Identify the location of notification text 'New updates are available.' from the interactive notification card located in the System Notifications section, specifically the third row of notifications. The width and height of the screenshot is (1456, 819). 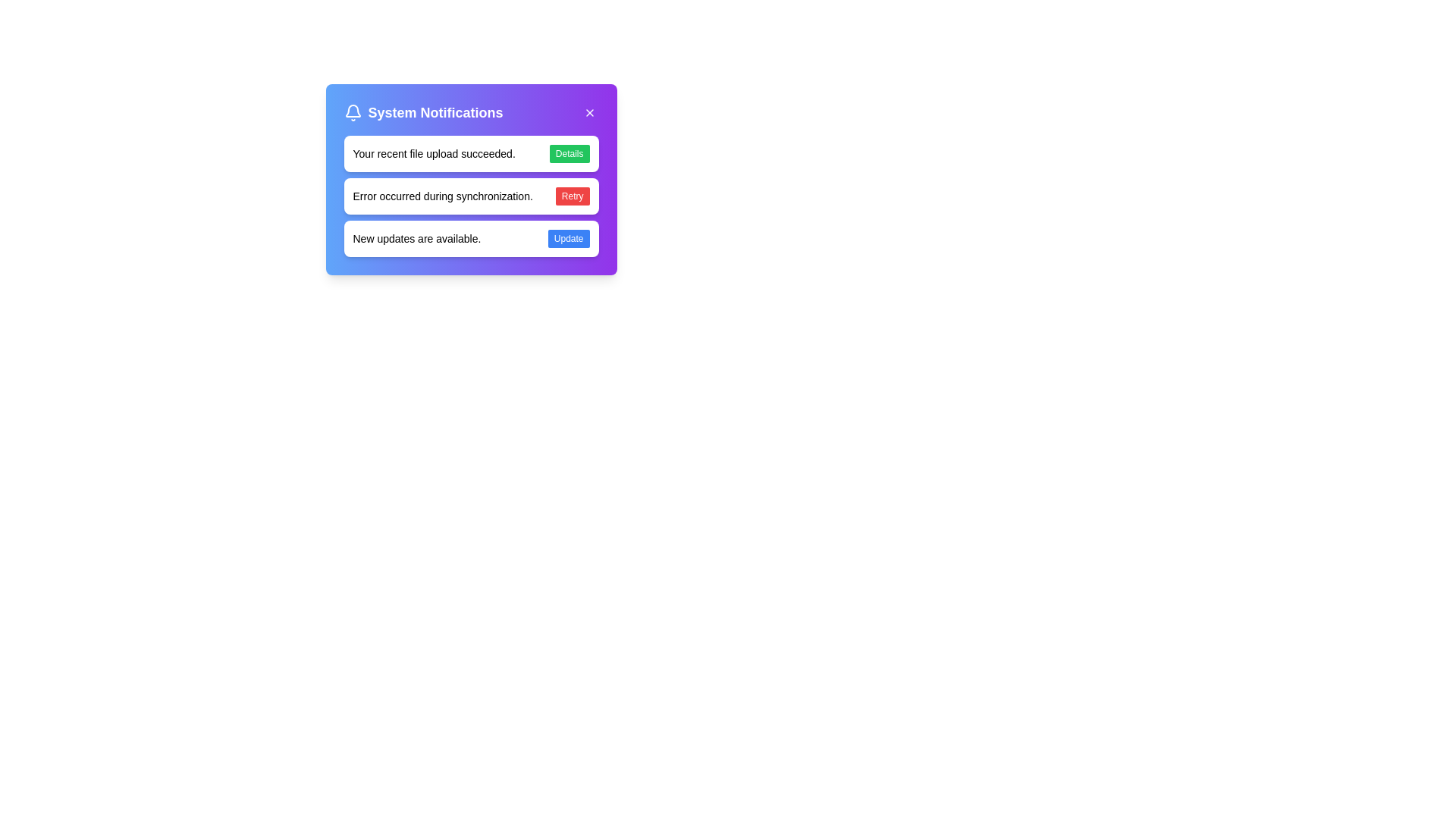
(470, 239).